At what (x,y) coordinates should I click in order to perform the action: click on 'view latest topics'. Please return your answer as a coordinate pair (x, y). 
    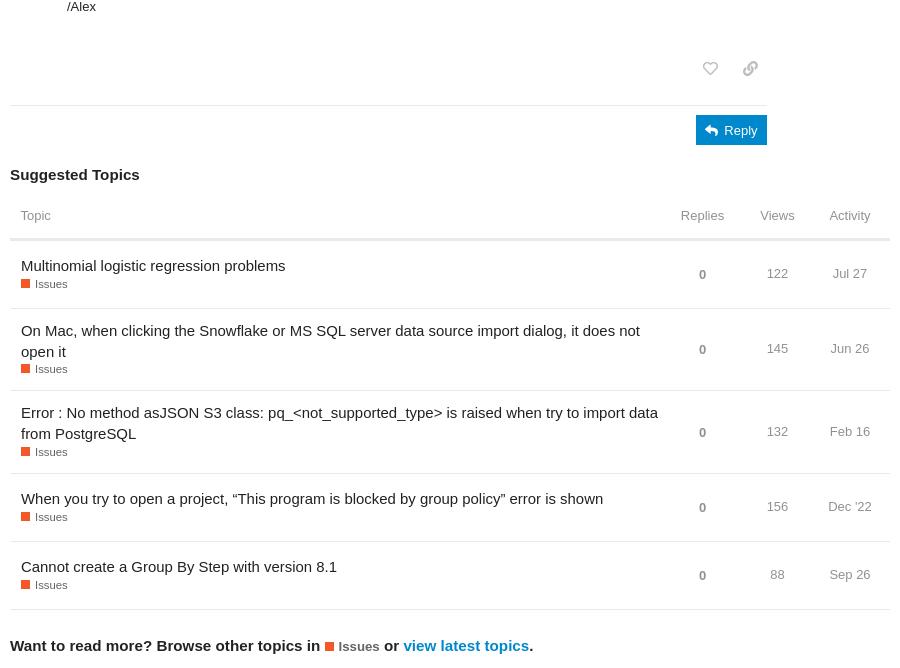
    Looking at the image, I should click on (465, 643).